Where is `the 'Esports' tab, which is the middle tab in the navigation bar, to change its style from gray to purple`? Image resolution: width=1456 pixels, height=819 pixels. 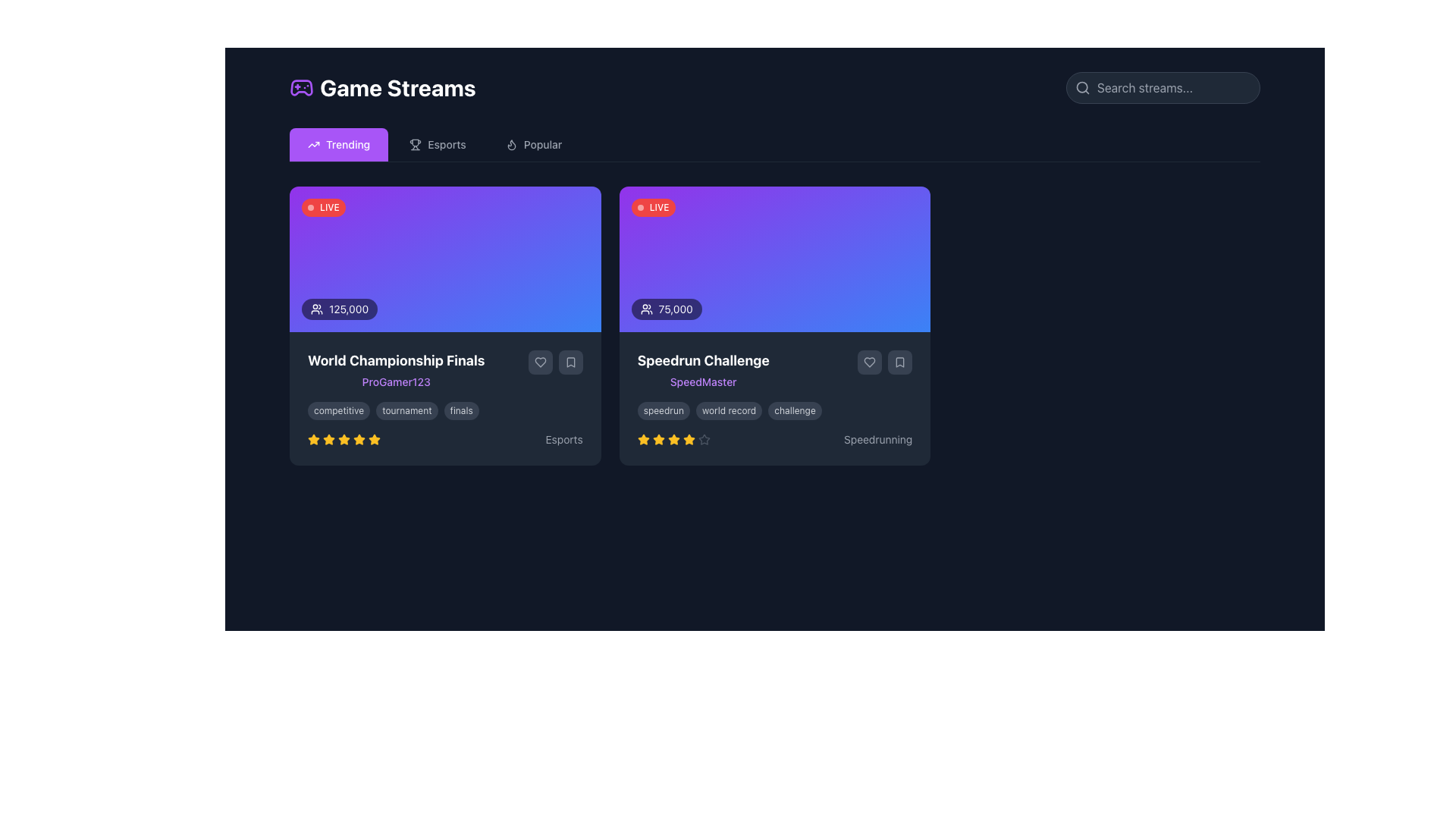
the 'Esports' tab, which is the middle tab in the navigation bar, to change its style from gray to purple is located at coordinates (437, 145).